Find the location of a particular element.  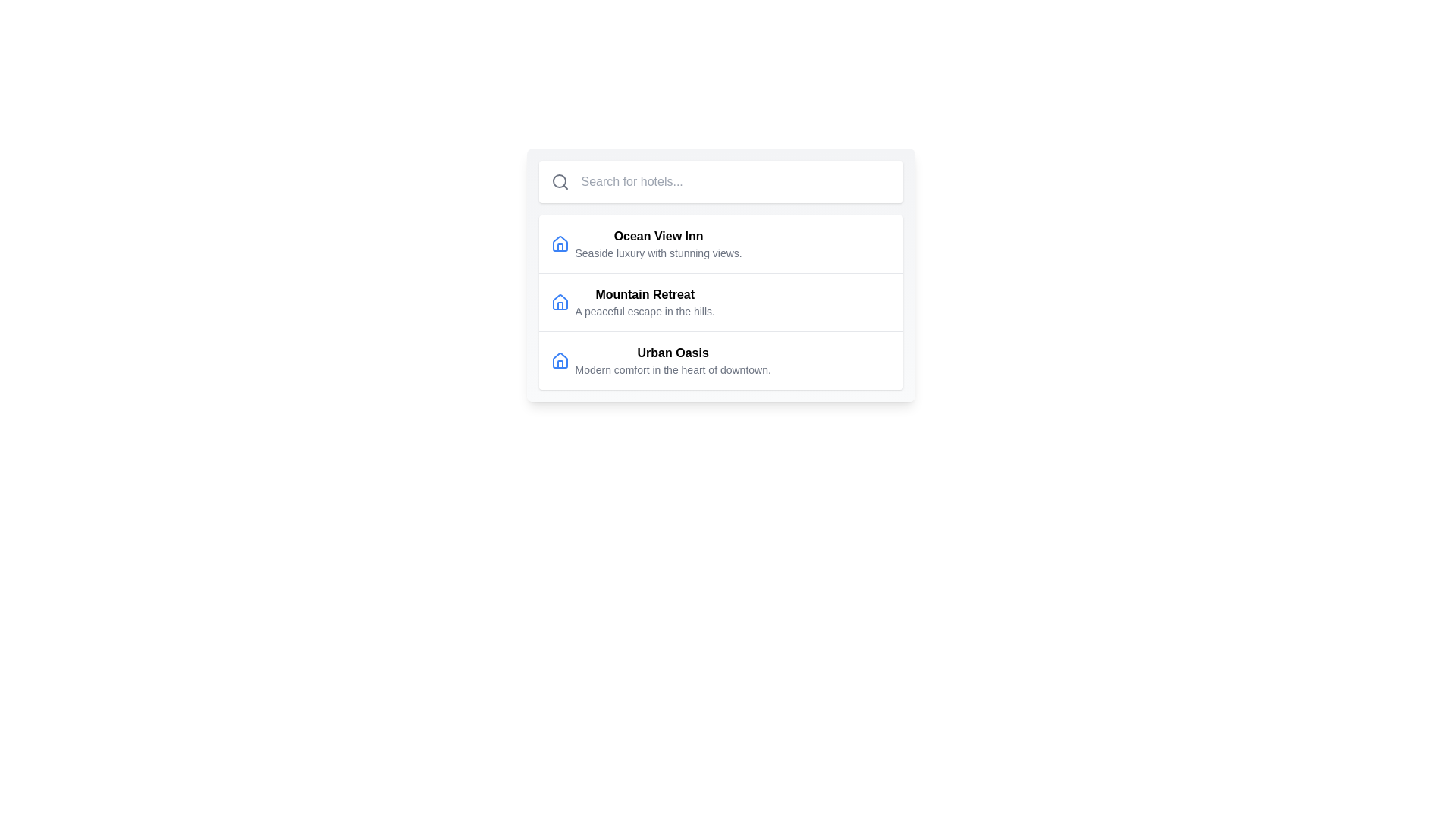

the rim of the lens of the magnifying glass icon, which is part of the search functionality, located to the left of the 'Search for hotels...' text input field is located at coordinates (558, 180).